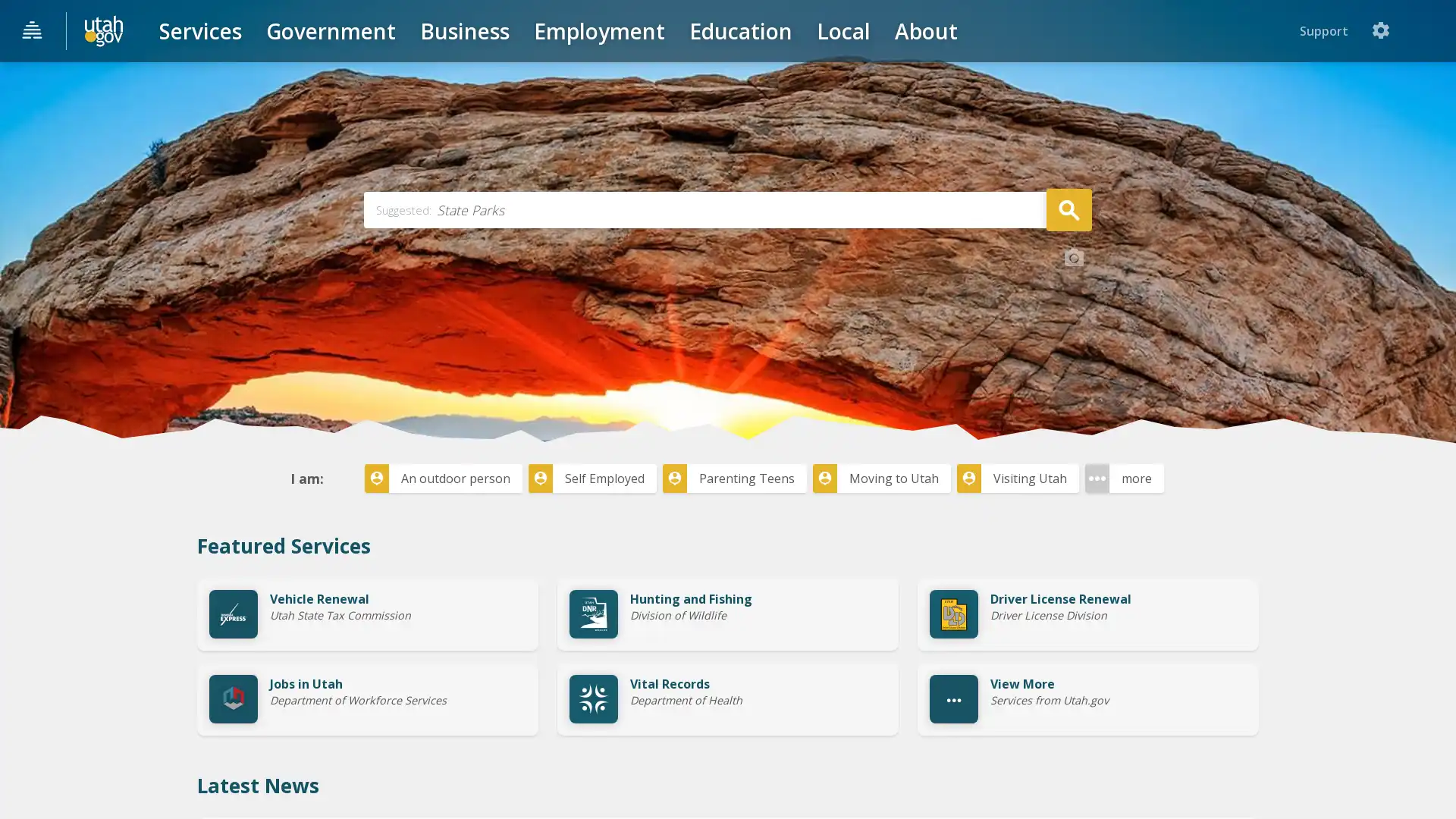 The width and height of the screenshot is (1456, 819). I want to click on Menu, so click(33, 31).